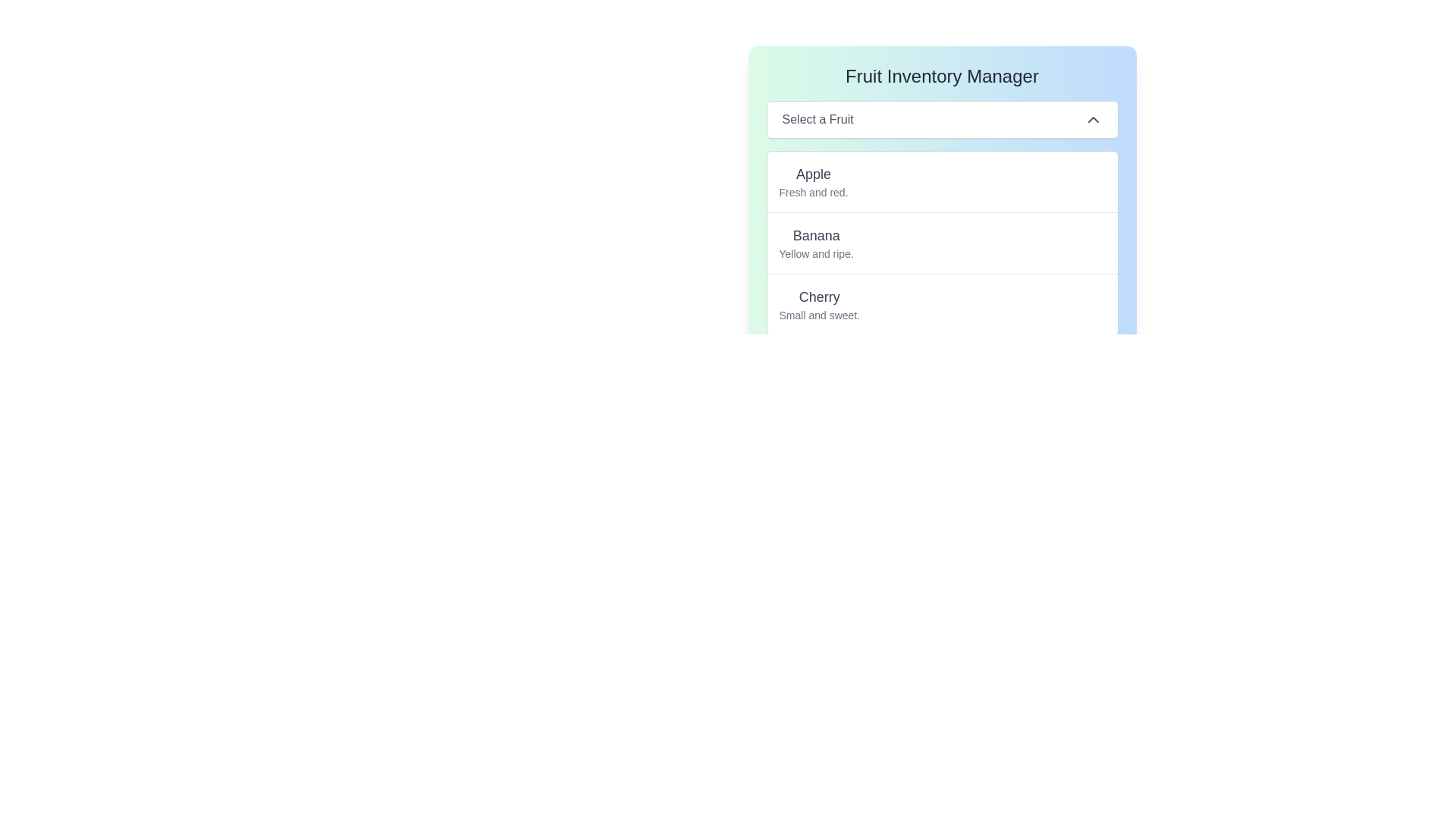  I want to click on the descriptive text label 'Yellow and ripe.' located beneath the 'Banana' heading in the fruit list, so click(815, 253).